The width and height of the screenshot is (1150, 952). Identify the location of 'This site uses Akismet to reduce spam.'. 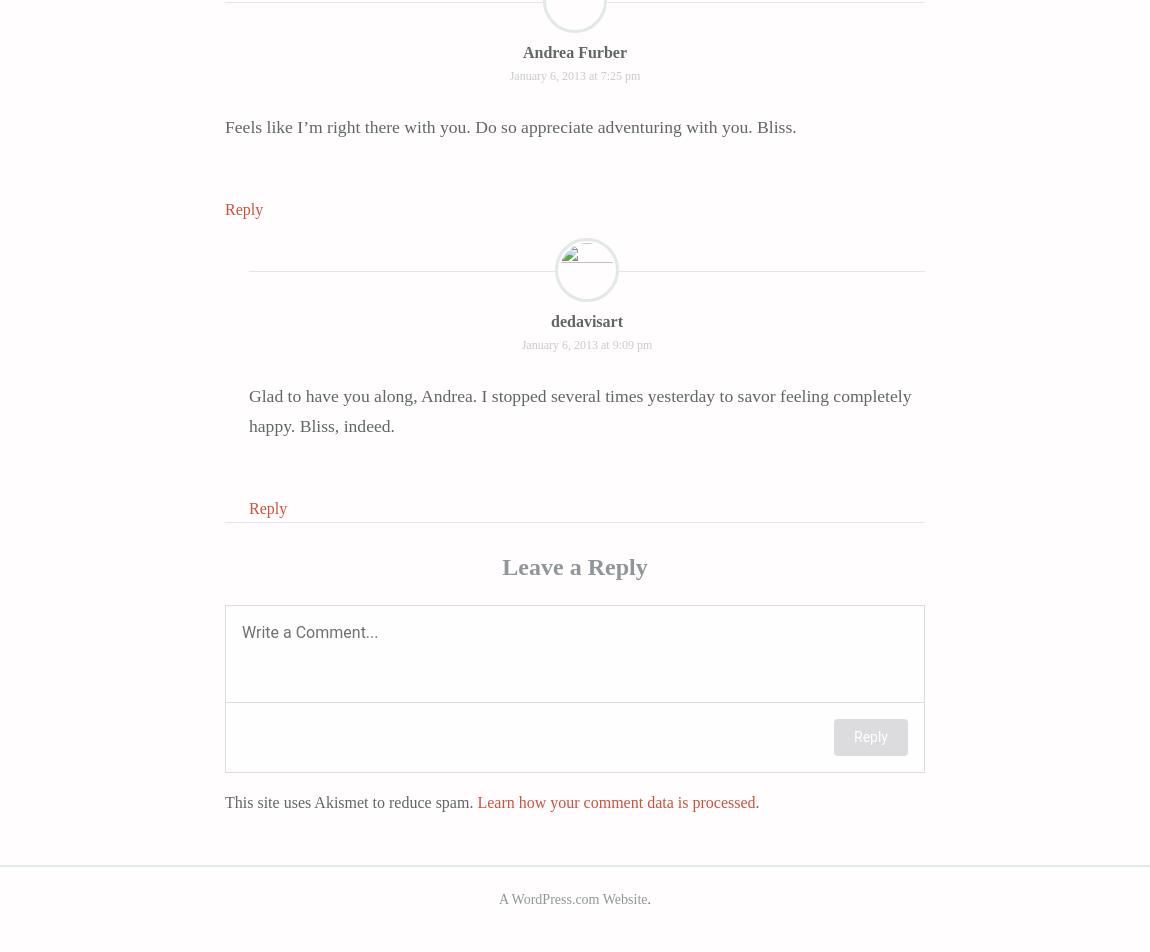
(350, 802).